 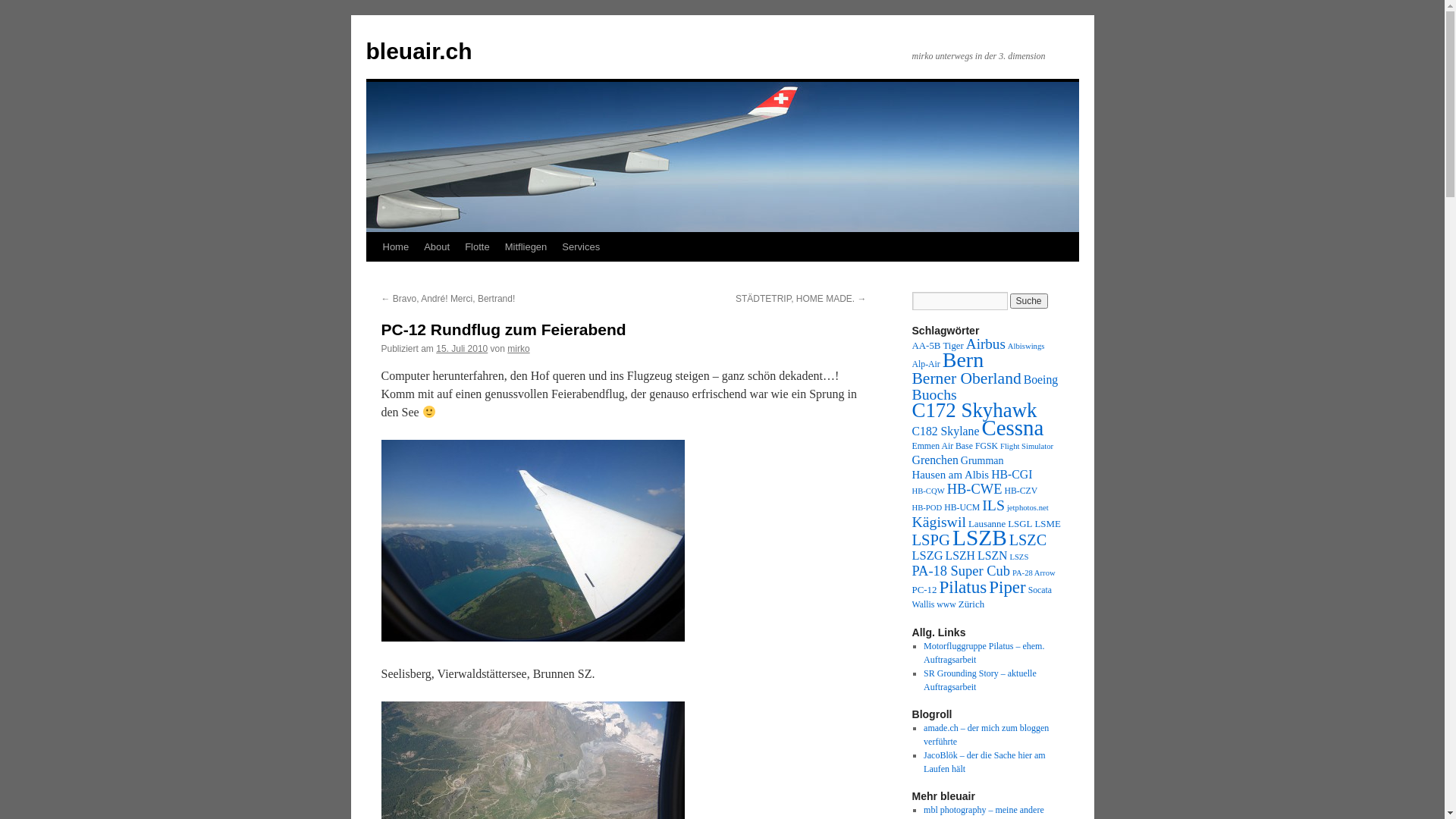 What do you see at coordinates (965, 344) in the screenshot?
I see `'Airbus'` at bounding box center [965, 344].